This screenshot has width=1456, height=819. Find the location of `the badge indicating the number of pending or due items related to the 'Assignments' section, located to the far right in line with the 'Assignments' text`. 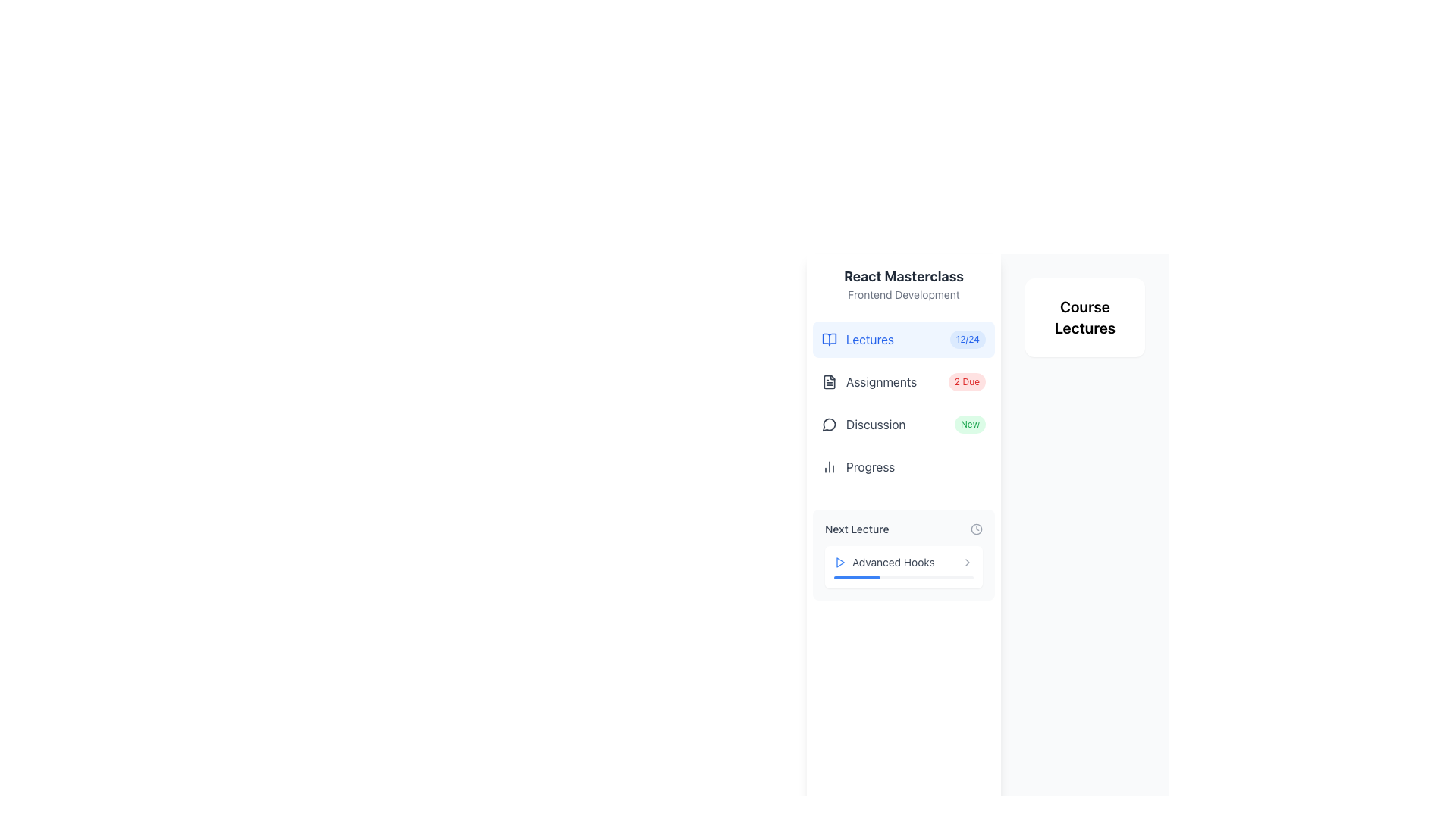

the badge indicating the number of pending or due items related to the 'Assignments' section, located to the far right in line with the 'Assignments' text is located at coordinates (966, 381).